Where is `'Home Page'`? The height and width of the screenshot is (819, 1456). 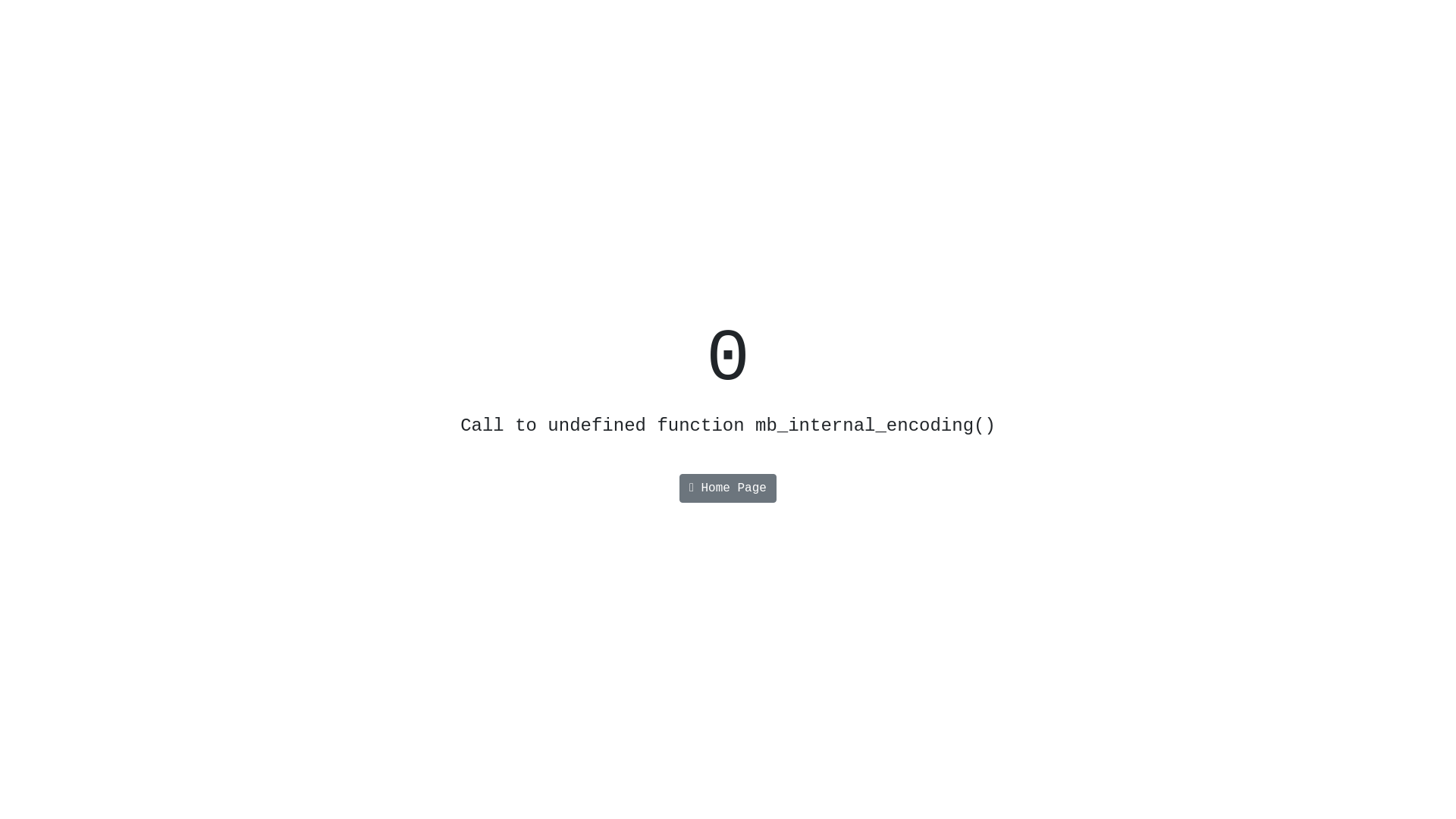 'Home Page' is located at coordinates (728, 488).